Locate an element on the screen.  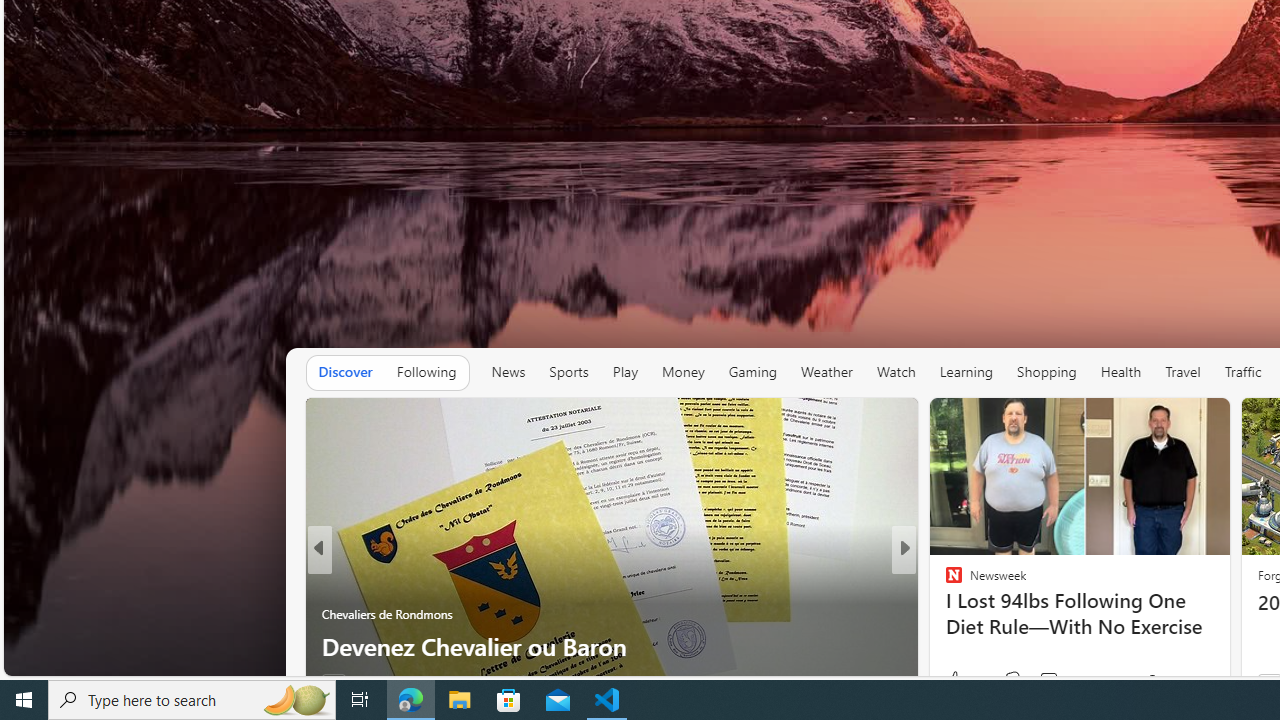
'Start the conversation' is located at coordinates (1036, 680).